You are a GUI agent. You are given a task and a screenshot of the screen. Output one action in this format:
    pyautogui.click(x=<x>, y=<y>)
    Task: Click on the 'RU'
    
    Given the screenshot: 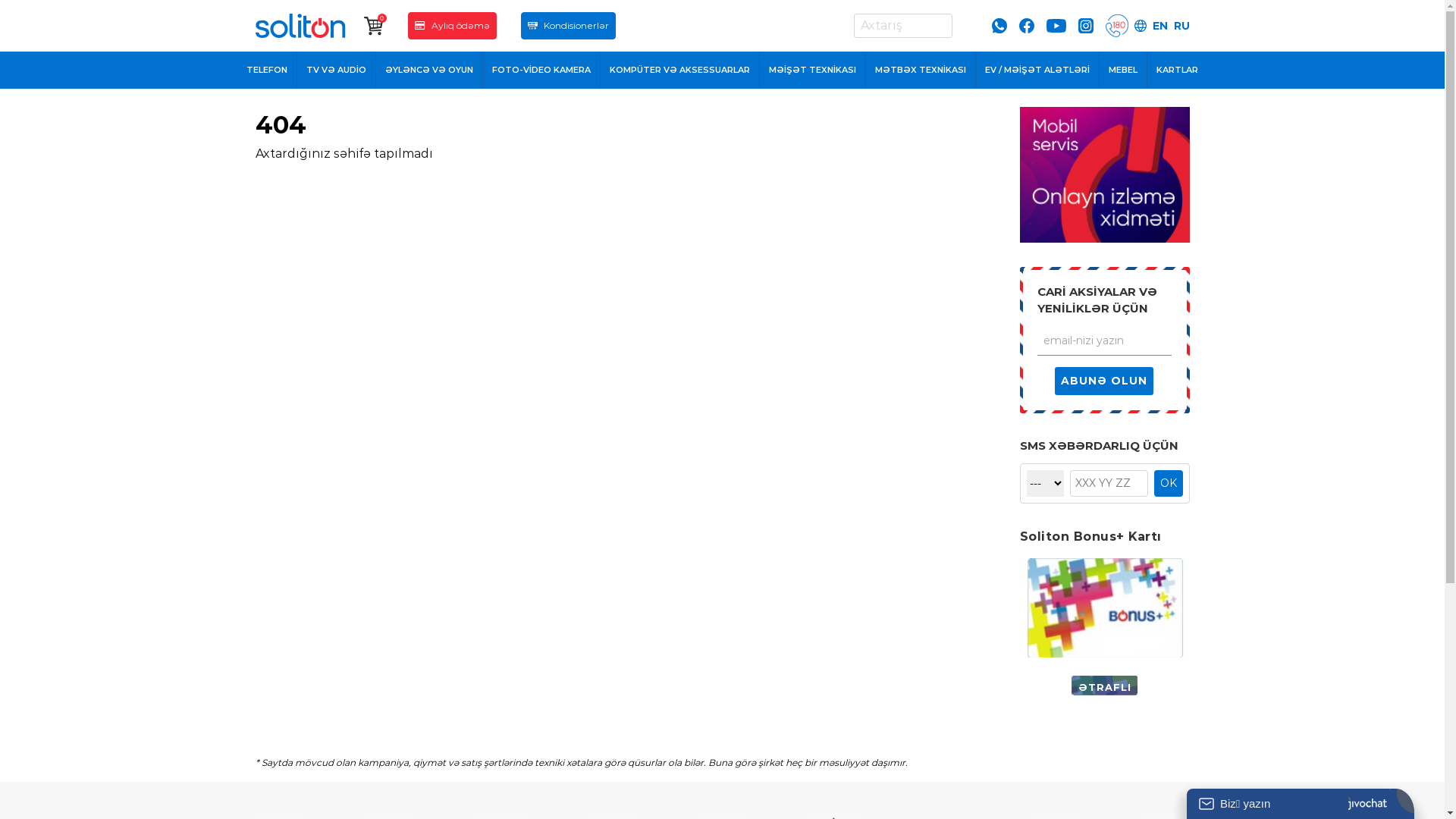 What is the action you would take?
    pyautogui.click(x=1181, y=26)
    